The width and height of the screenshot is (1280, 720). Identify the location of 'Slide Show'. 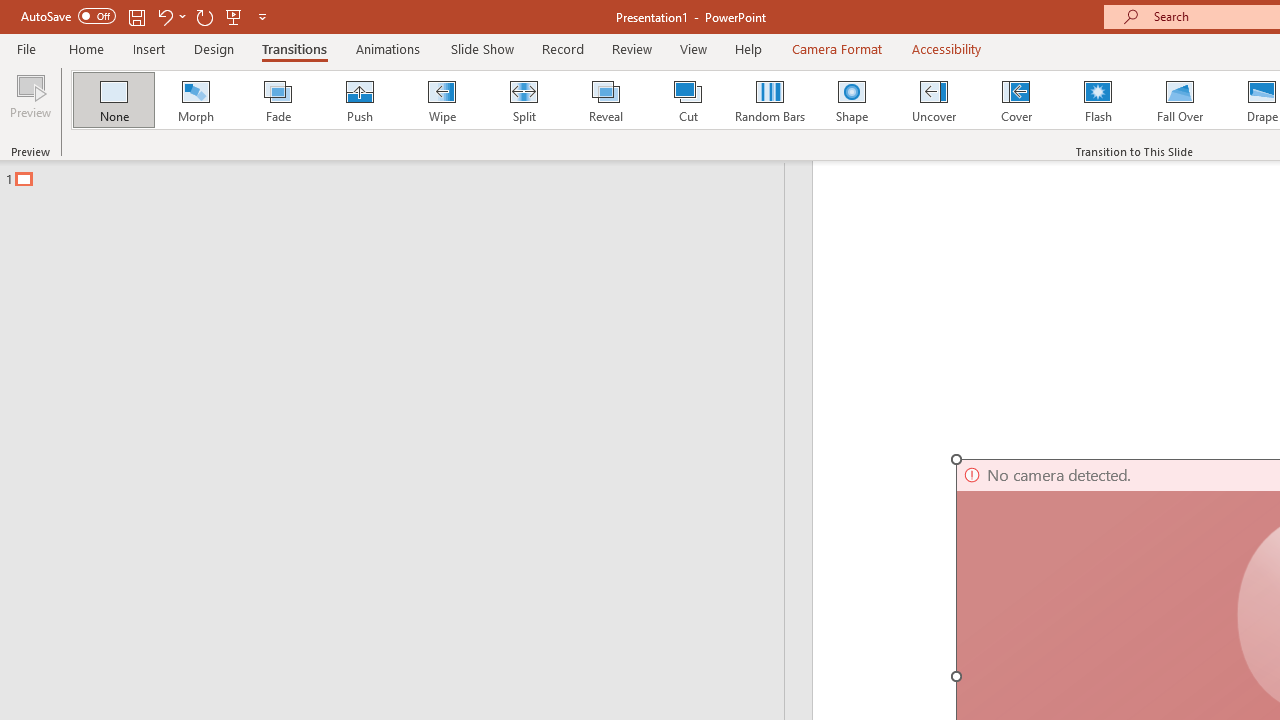
(481, 48).